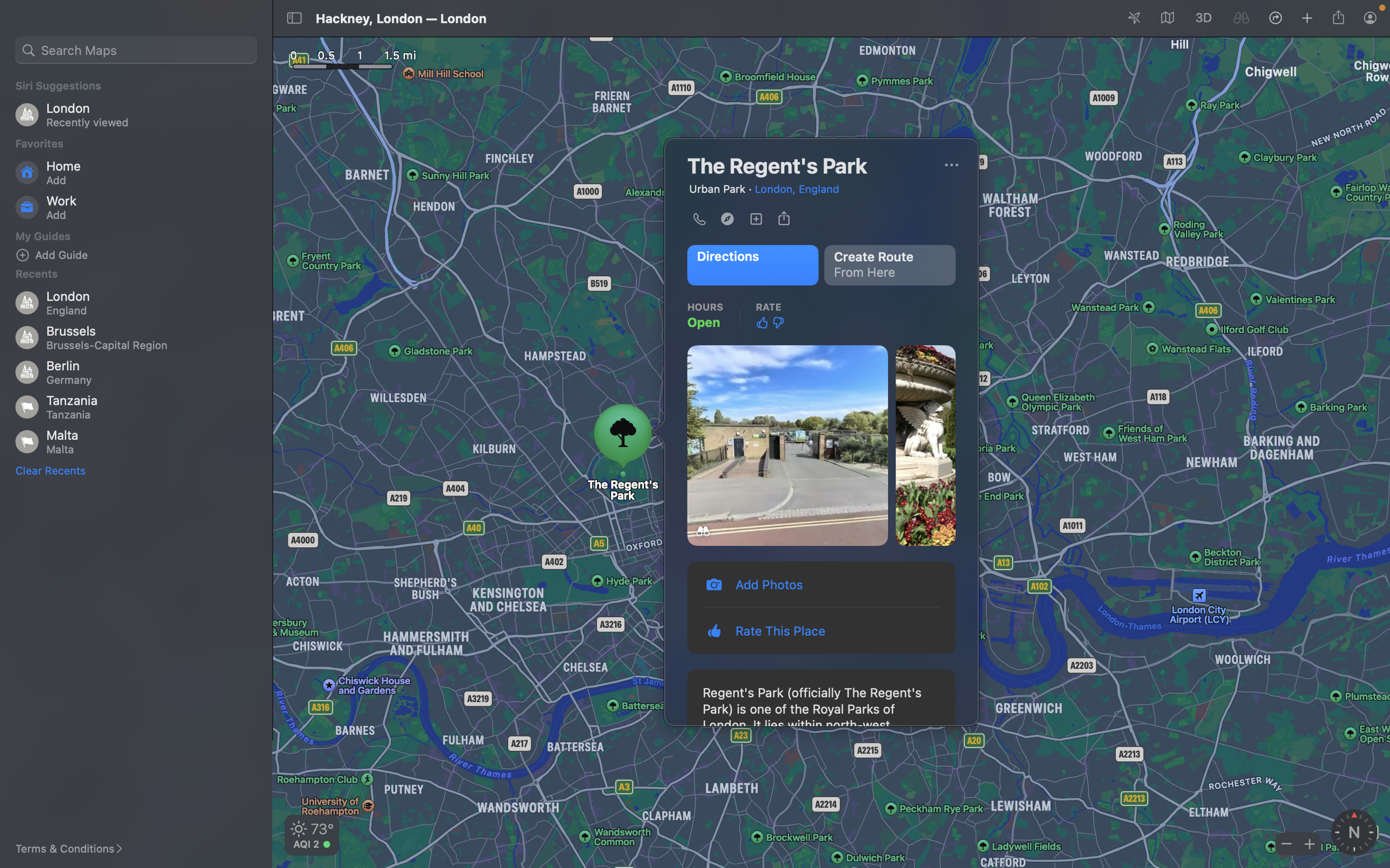 Image resolution: width=1390 pixels, height=868 pixels. I want to click on Scroll through the reviews of the place, so click(2366475, 810278).